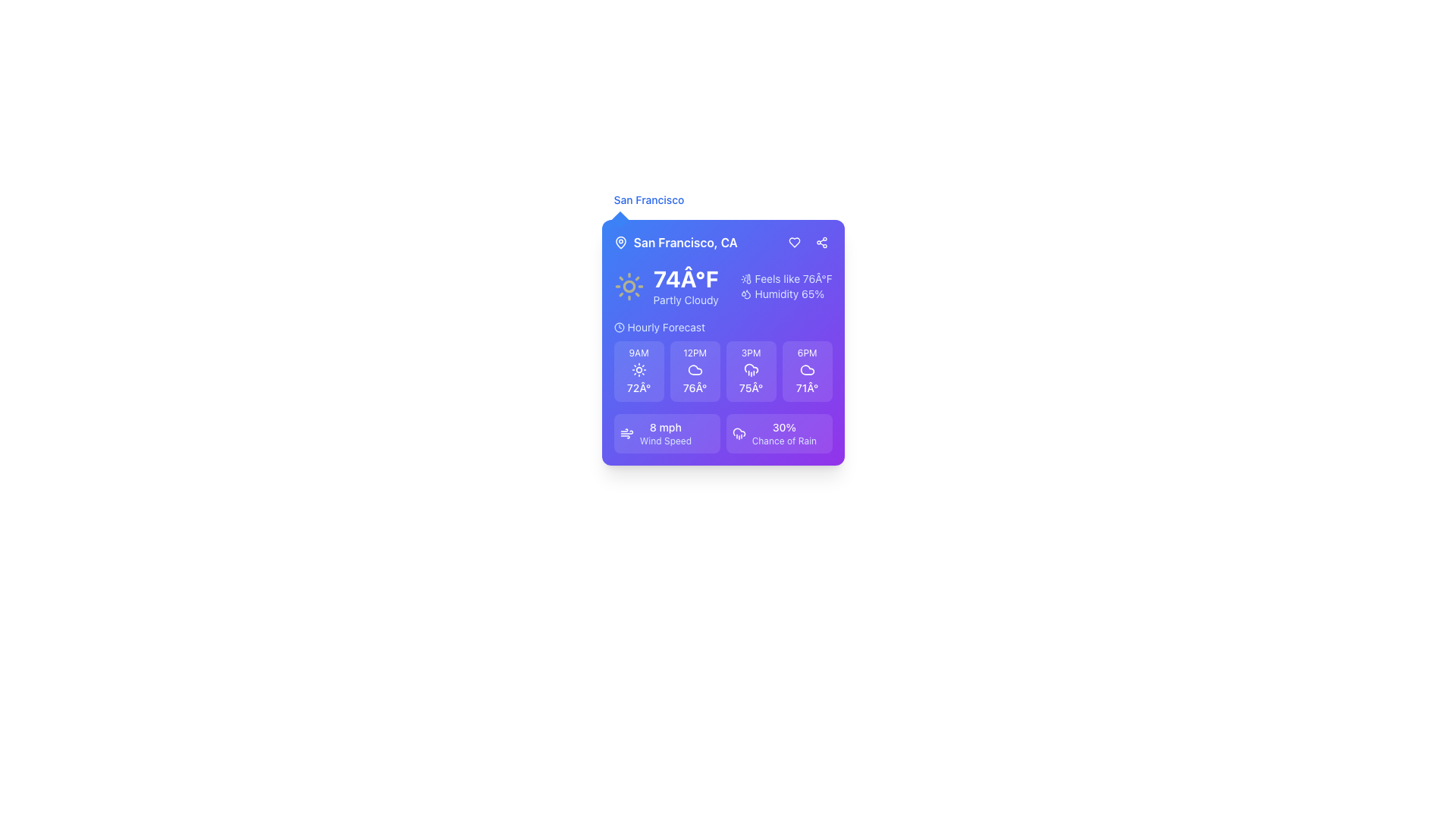  What do you see at coordinates (620, 219) in the screenshot?
I see `the decorative indicator located at the top-left corner of the weather card component, which overlaps the header section above the text 'San Francisco, CA.'` at bounding box center [620, 219].